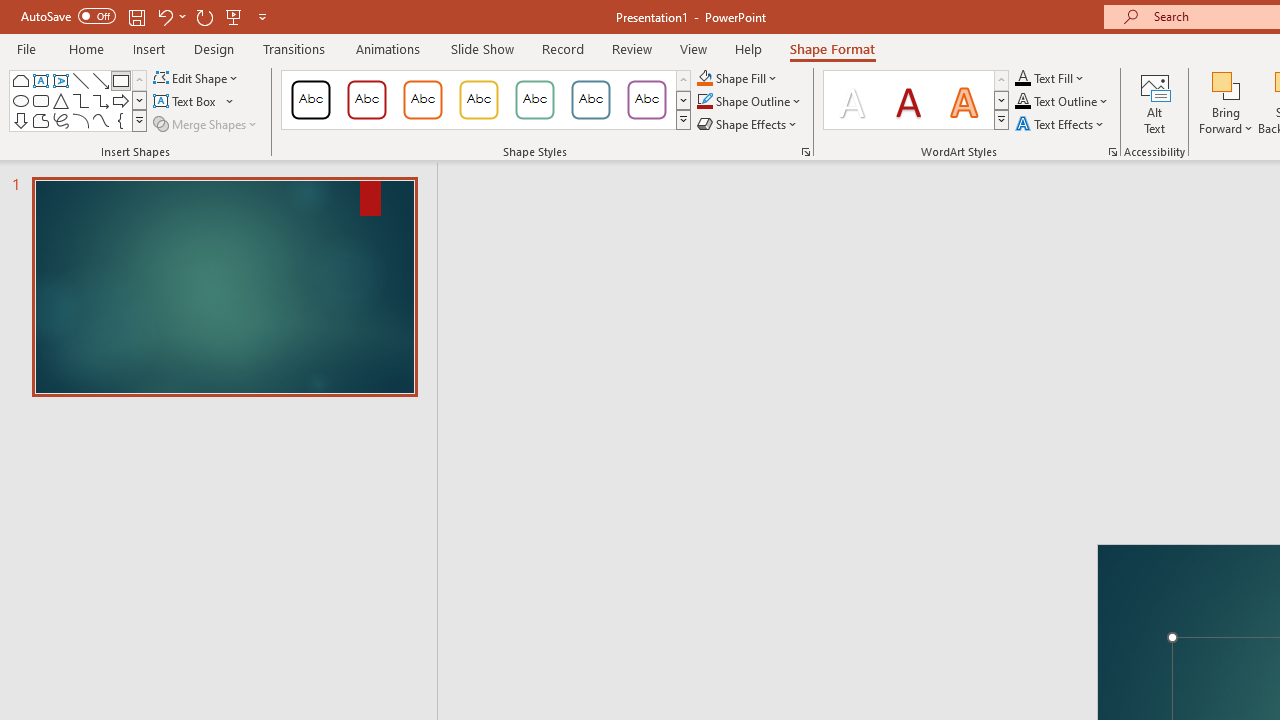 This screenshot has width=1280, height=720. What do you see at coordinates (487, 100) in the screenshot?
I see `'AutomationID: ShapeStylesGallery'` at bounding box center [487, 100].